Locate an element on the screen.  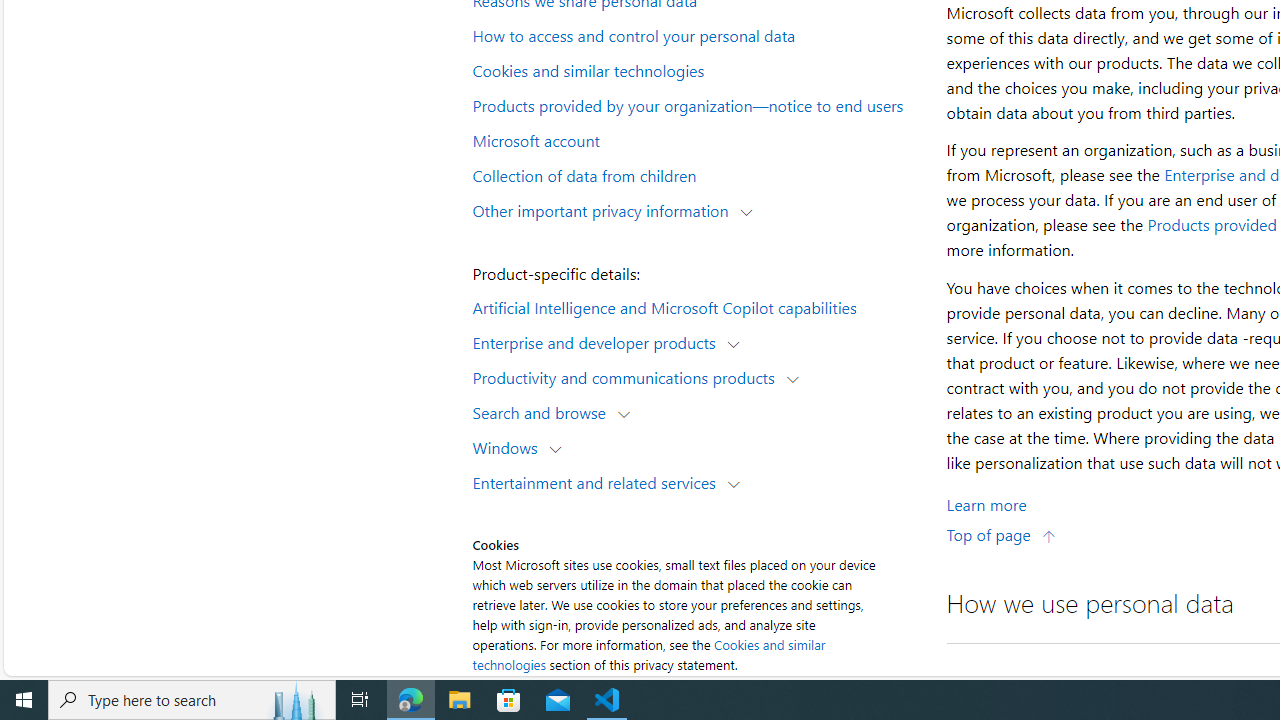
'Top of page' is located at coordinates (1001, 533).